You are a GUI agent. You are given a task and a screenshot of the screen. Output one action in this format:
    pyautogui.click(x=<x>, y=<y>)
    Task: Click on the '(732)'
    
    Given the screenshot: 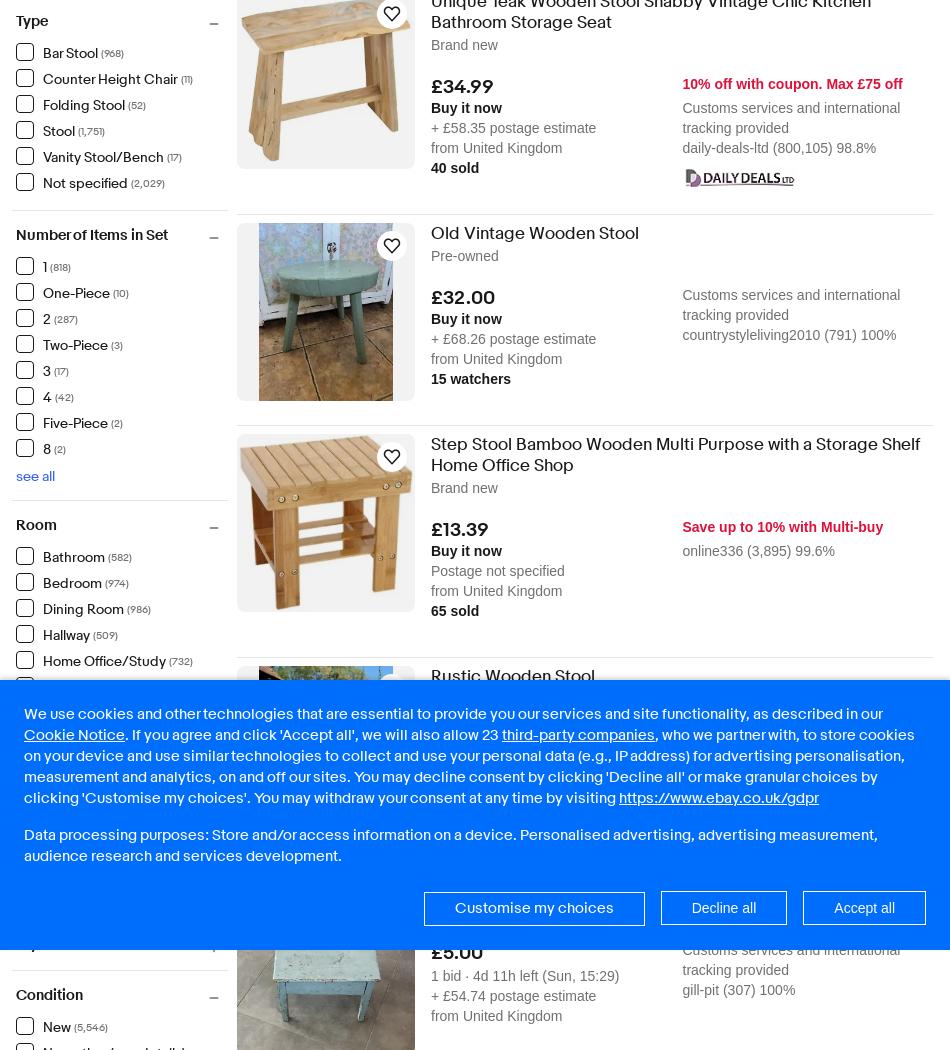 What is the action you would take?
    pyautogui.click(x=180, y=660)
    